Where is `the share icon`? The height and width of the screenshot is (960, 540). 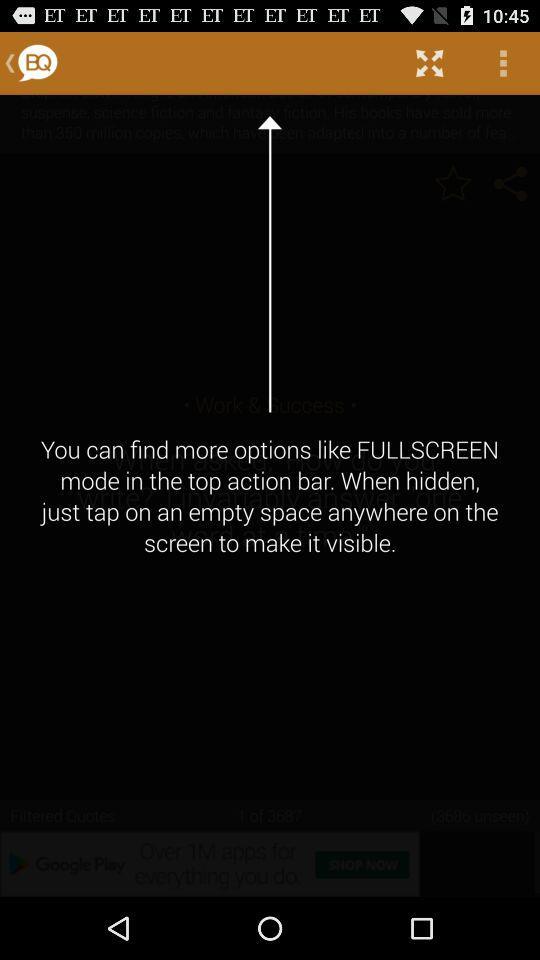 the share icon is located at coordinates (511, 195).